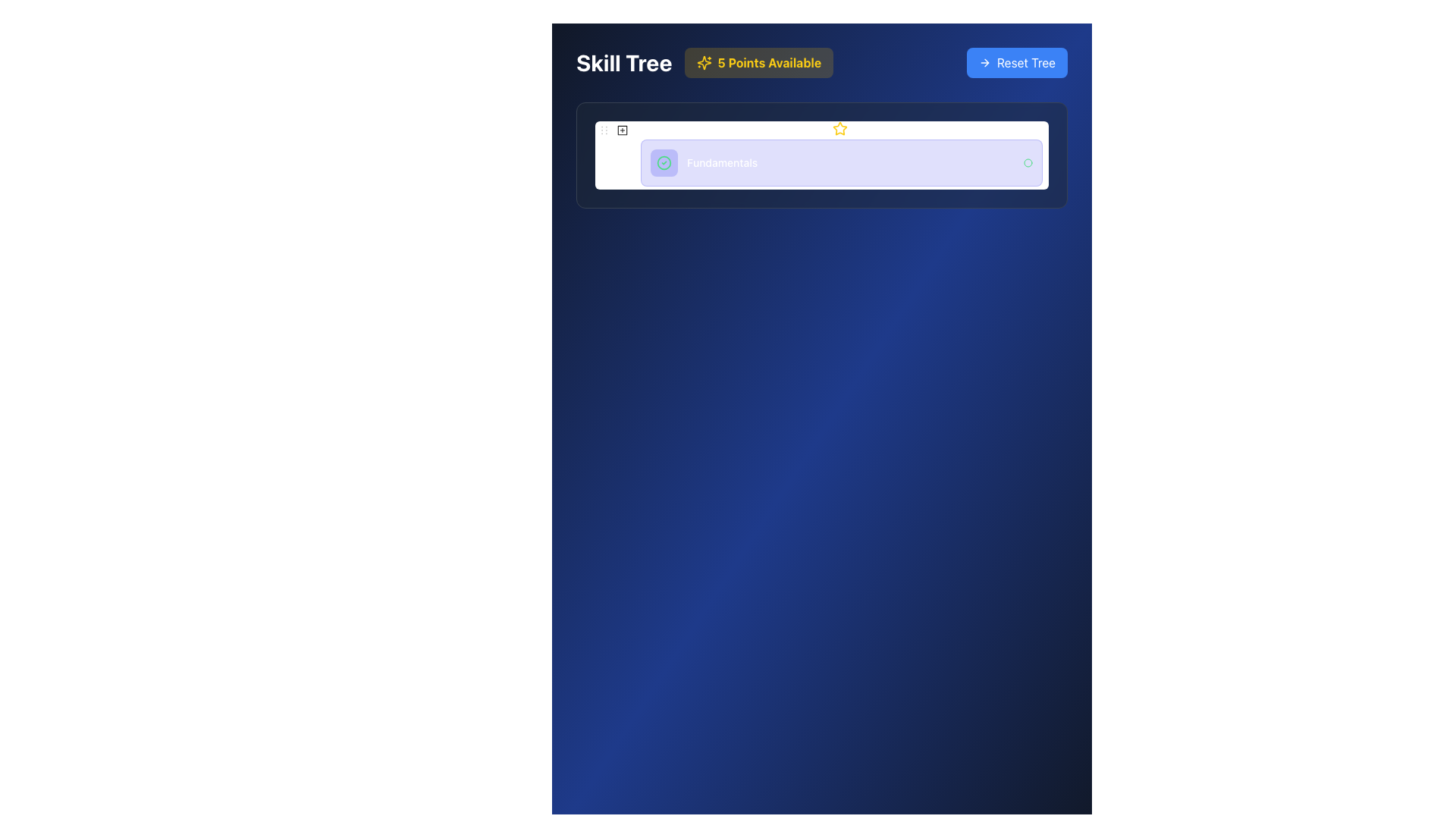 This screenshot has width=1456, height=819. I want to click on the circular shape within the illustrative icon that is part of a checkmark icon, located to the left of the 'Fundamentals' text on a light purple background, so click(664, 163).